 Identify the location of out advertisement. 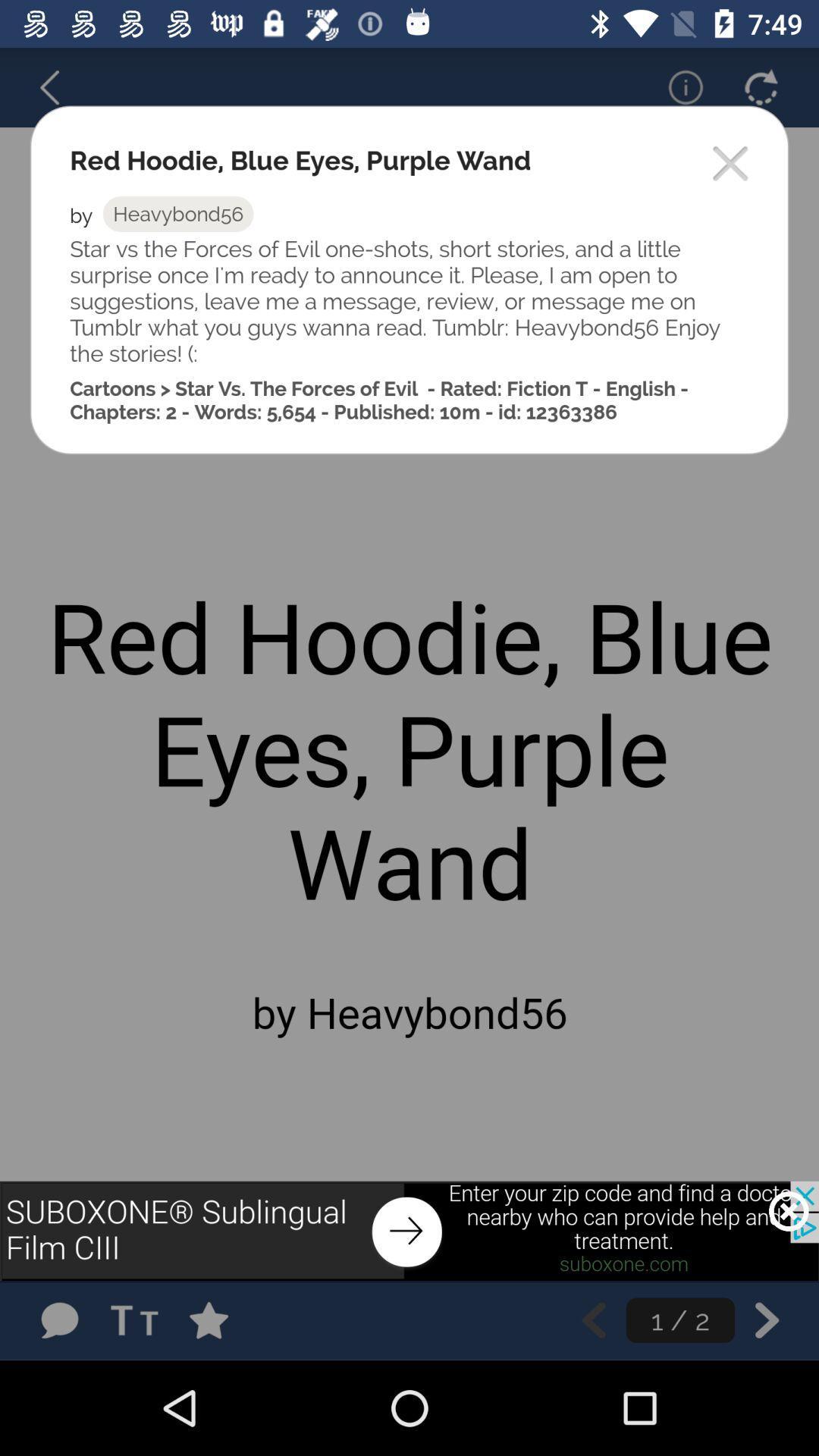
(788, 1210).